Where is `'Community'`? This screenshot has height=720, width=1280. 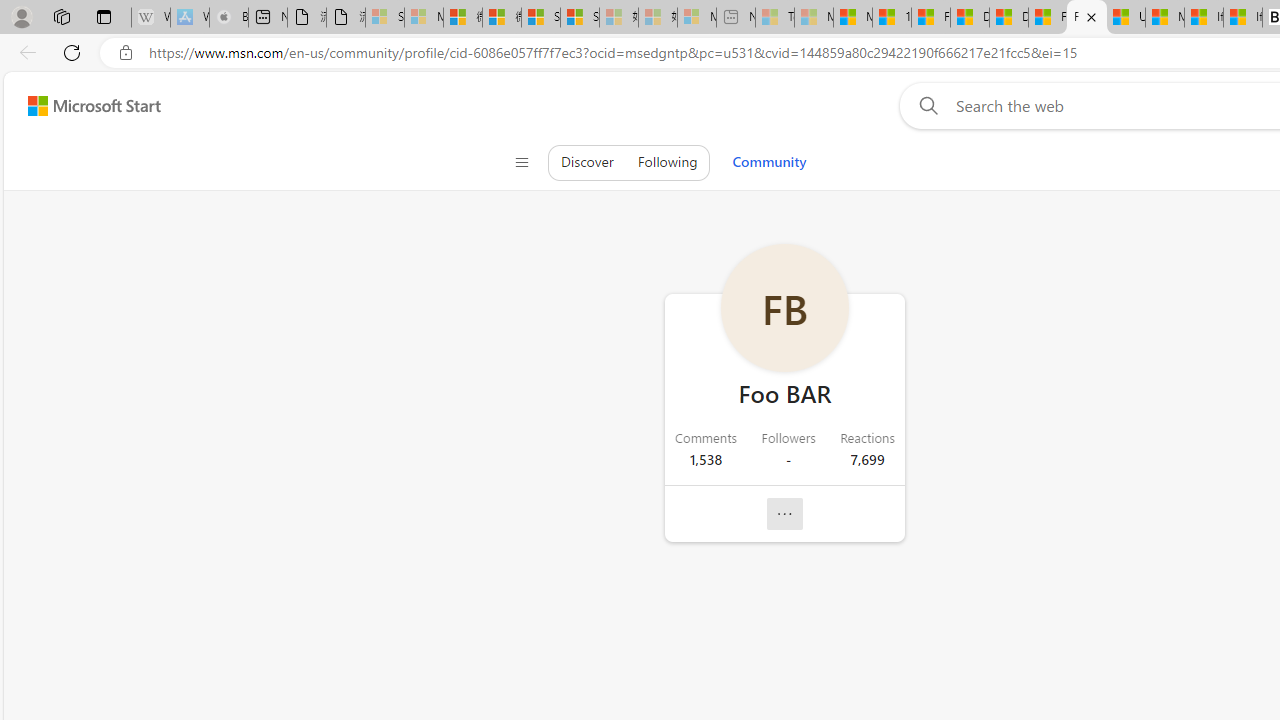
'Community' is located at coordinates (768, 161).